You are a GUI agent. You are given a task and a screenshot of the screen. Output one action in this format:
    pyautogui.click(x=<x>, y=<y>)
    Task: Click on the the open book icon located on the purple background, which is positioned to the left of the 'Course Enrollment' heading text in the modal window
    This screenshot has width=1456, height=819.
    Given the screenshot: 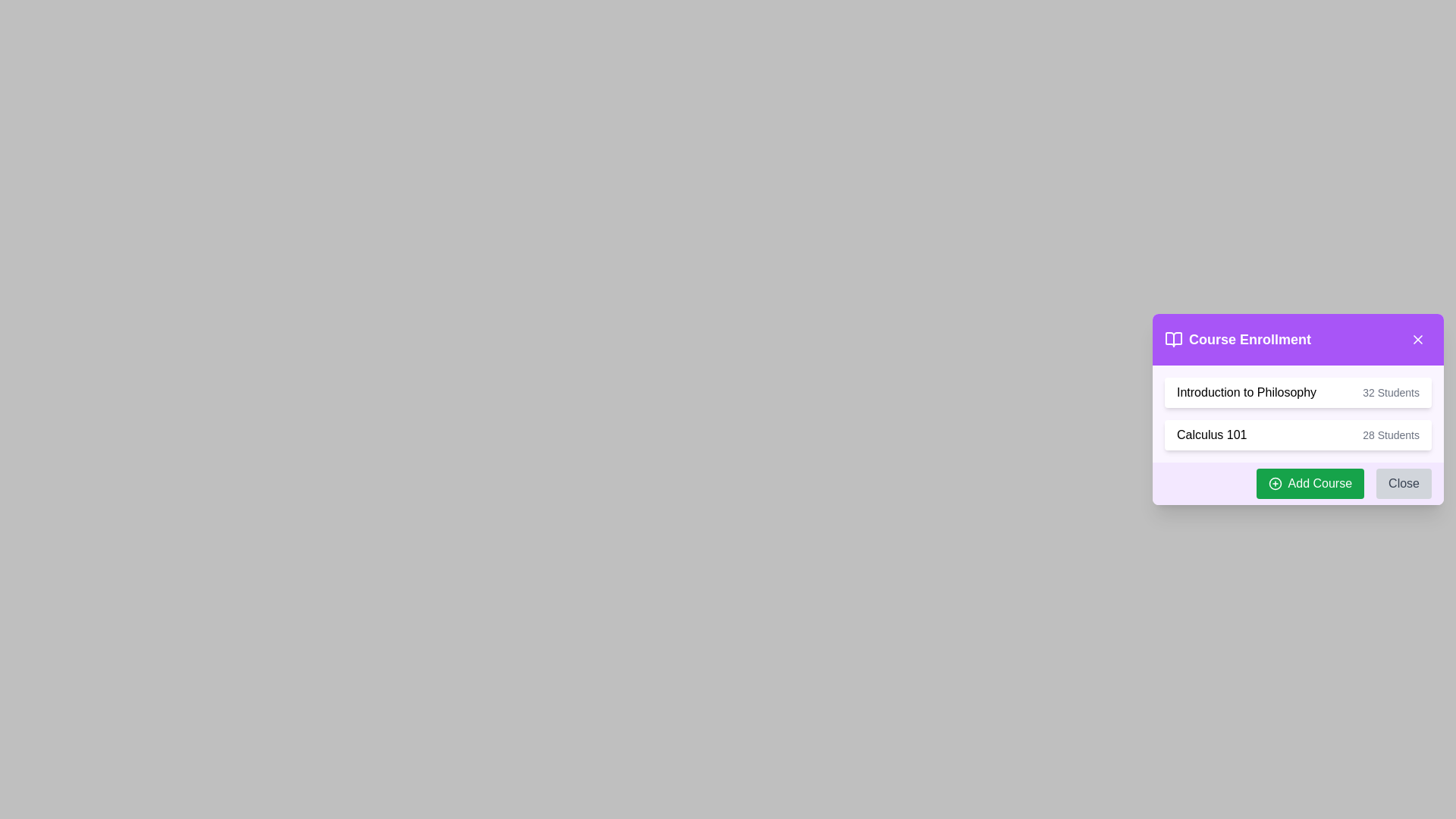 What is the action you would take?
    pyautogui.click(x=1173, y=338)
    